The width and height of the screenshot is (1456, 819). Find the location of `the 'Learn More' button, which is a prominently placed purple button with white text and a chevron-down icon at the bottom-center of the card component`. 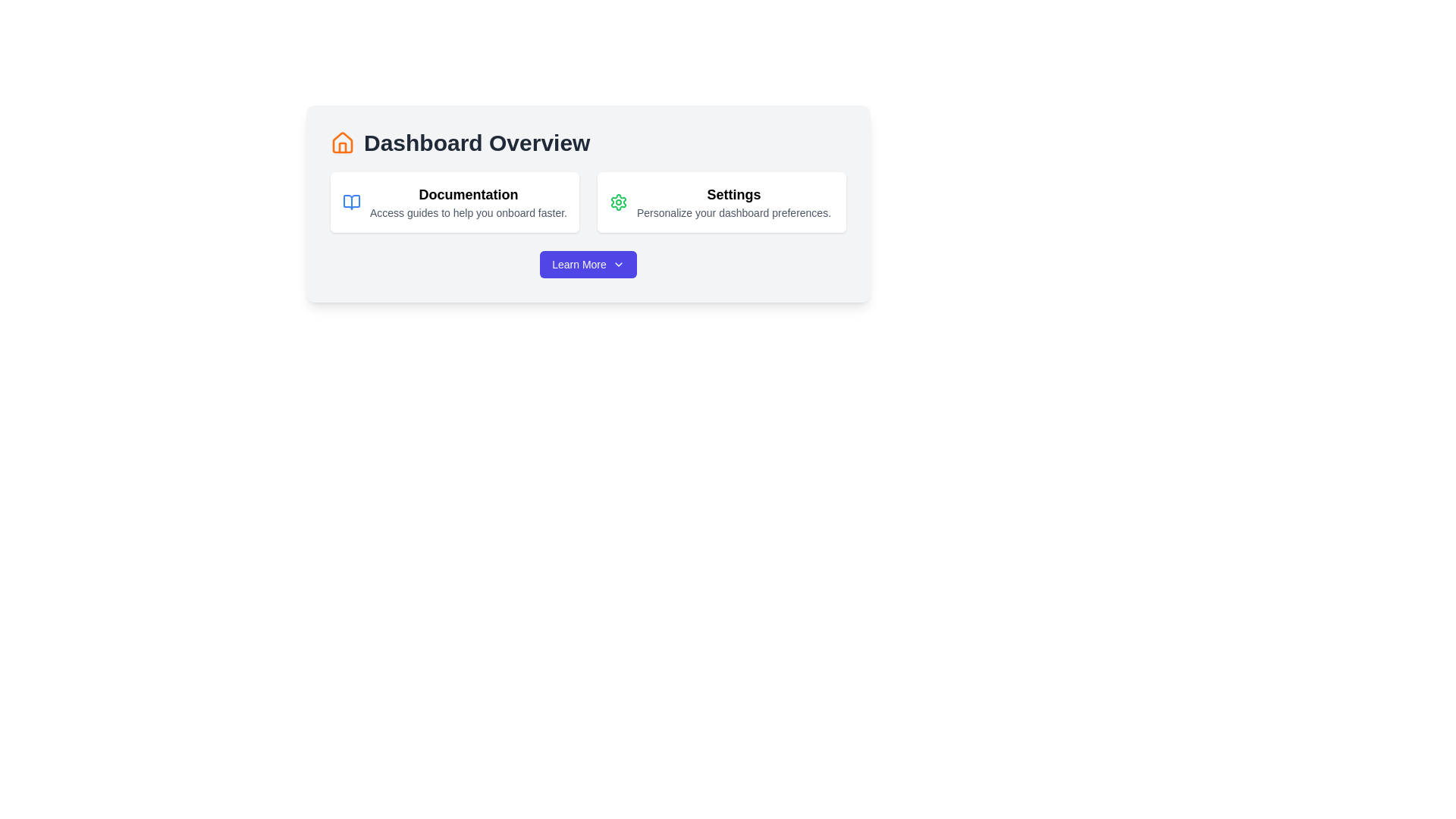

the 'Learn More' button, which is a prominently placed purple button with white text and a chevron-down icon at the bottom-center of the card component is located at coordinates (588, 263).